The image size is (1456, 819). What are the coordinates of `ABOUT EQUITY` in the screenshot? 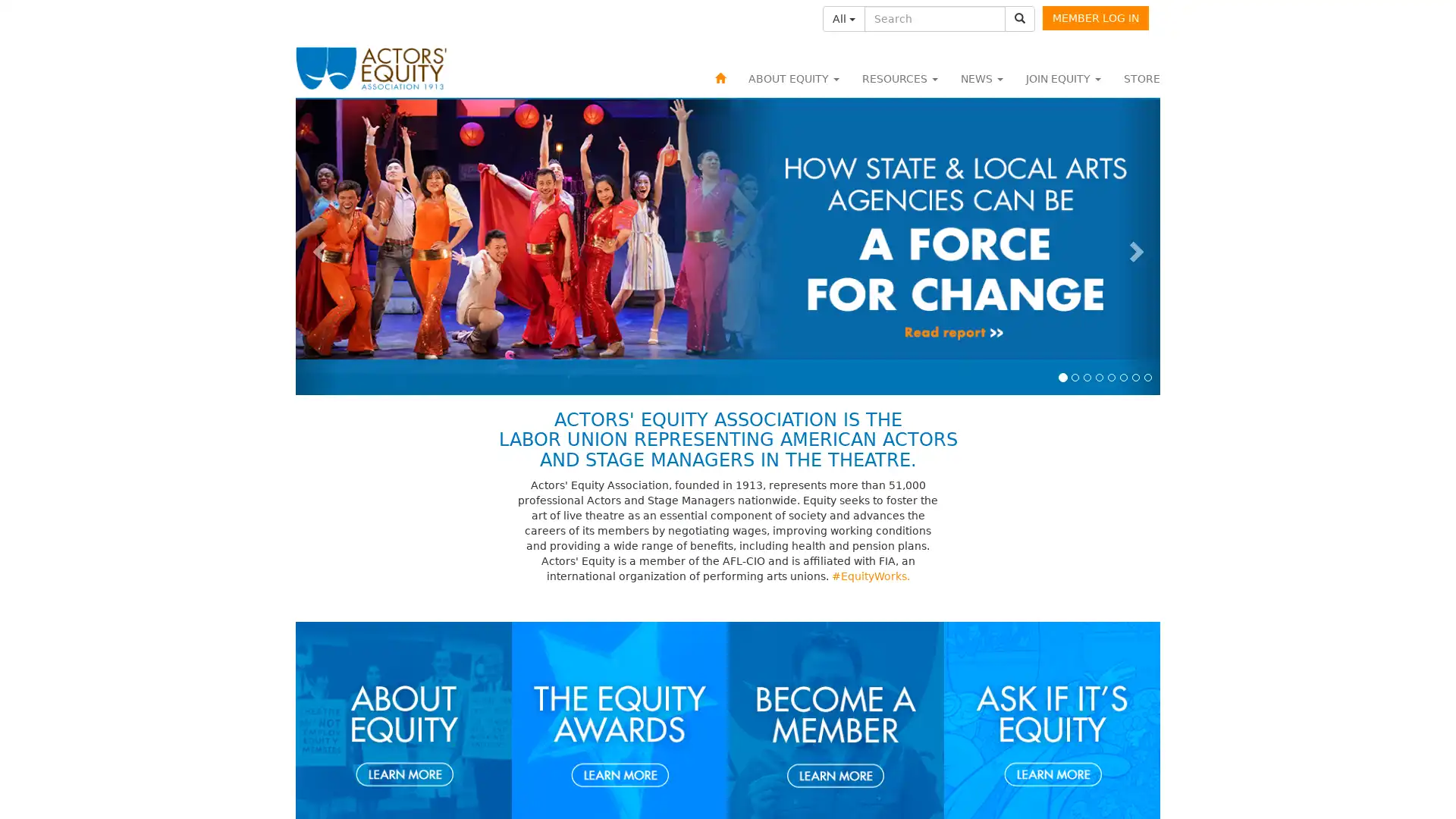 It's located at (792, 79).